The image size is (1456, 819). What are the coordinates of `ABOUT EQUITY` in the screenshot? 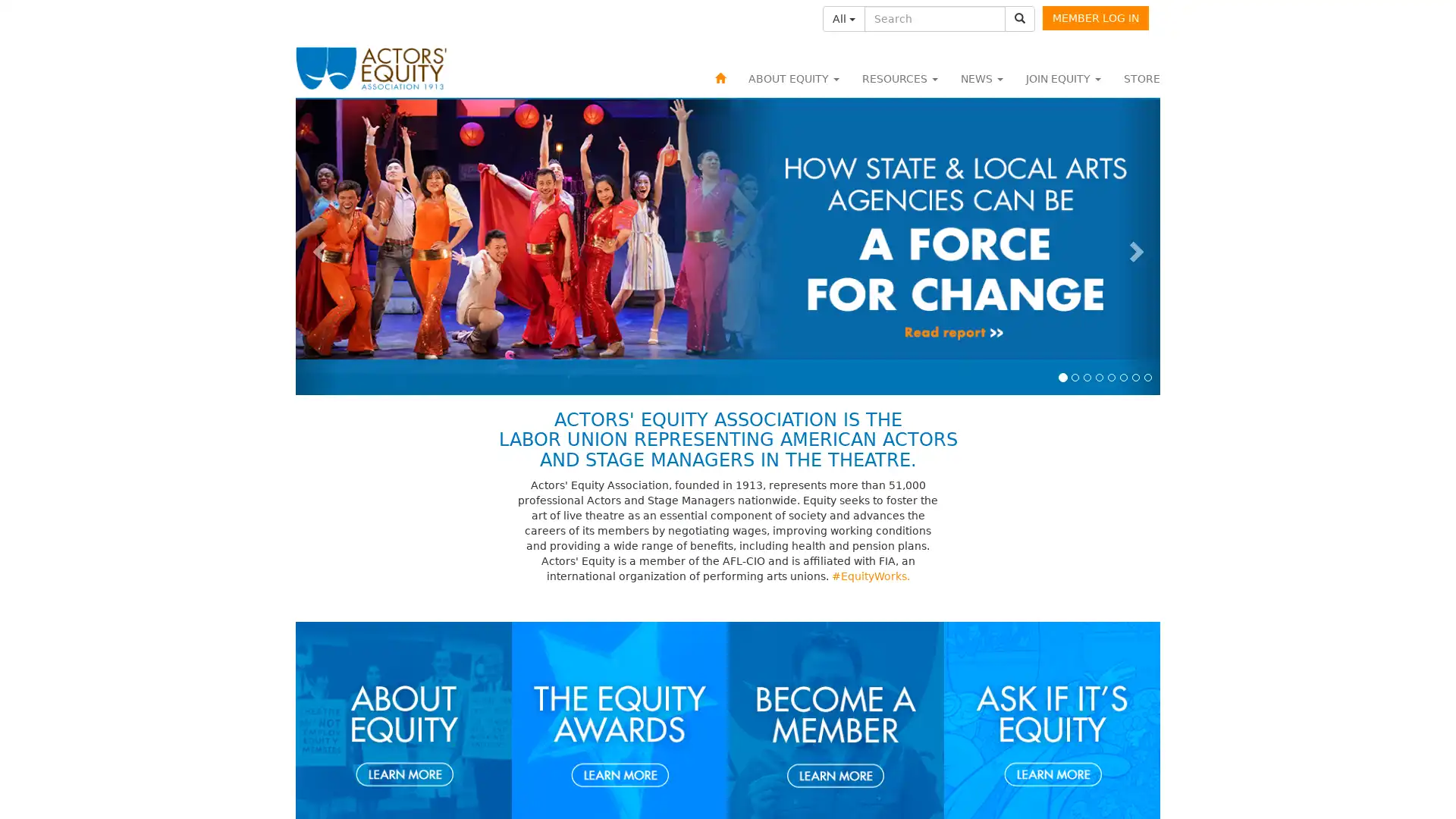 It's located at (792, 79).